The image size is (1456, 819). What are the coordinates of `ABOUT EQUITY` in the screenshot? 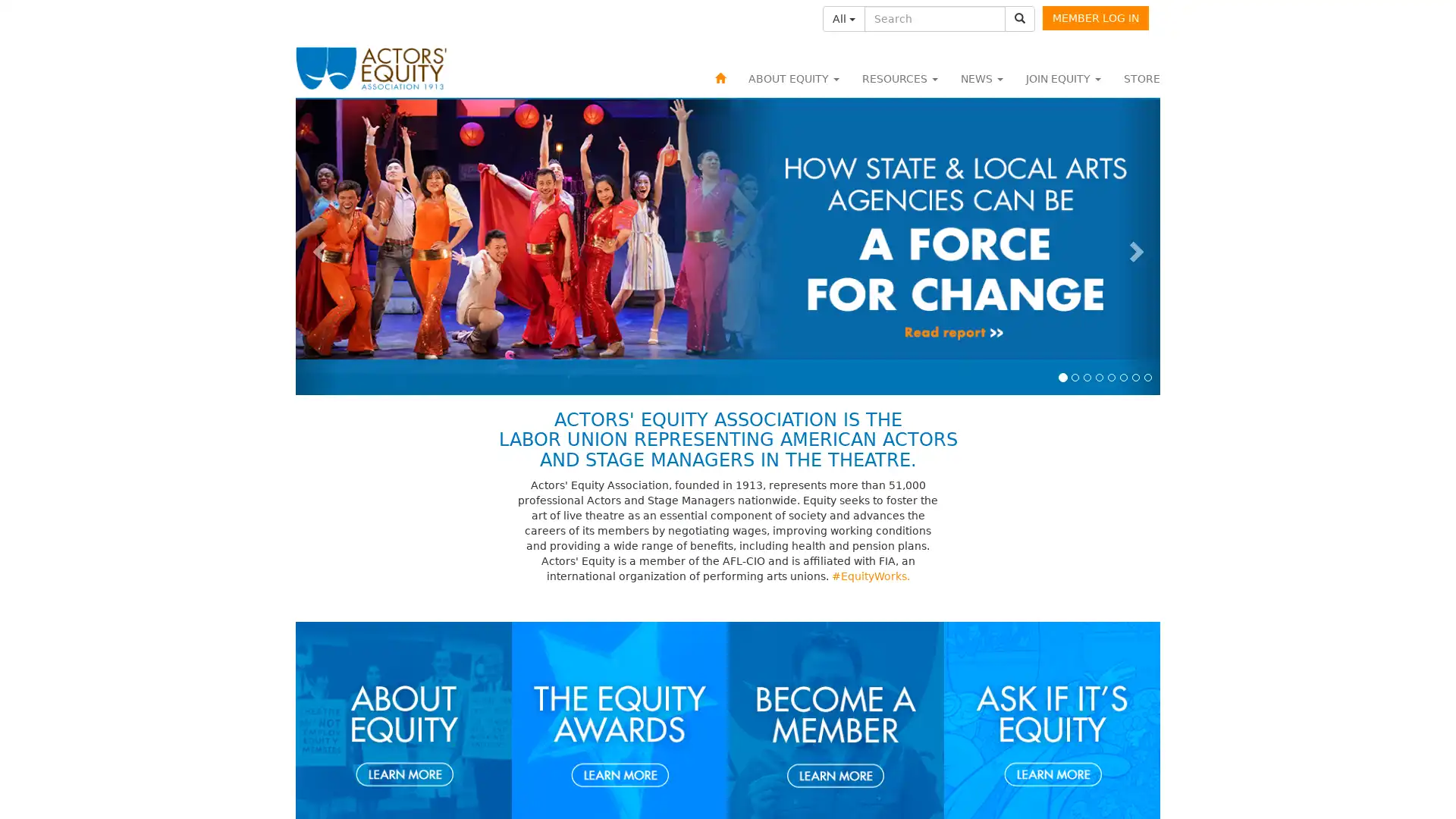 It's located at (792, 79).